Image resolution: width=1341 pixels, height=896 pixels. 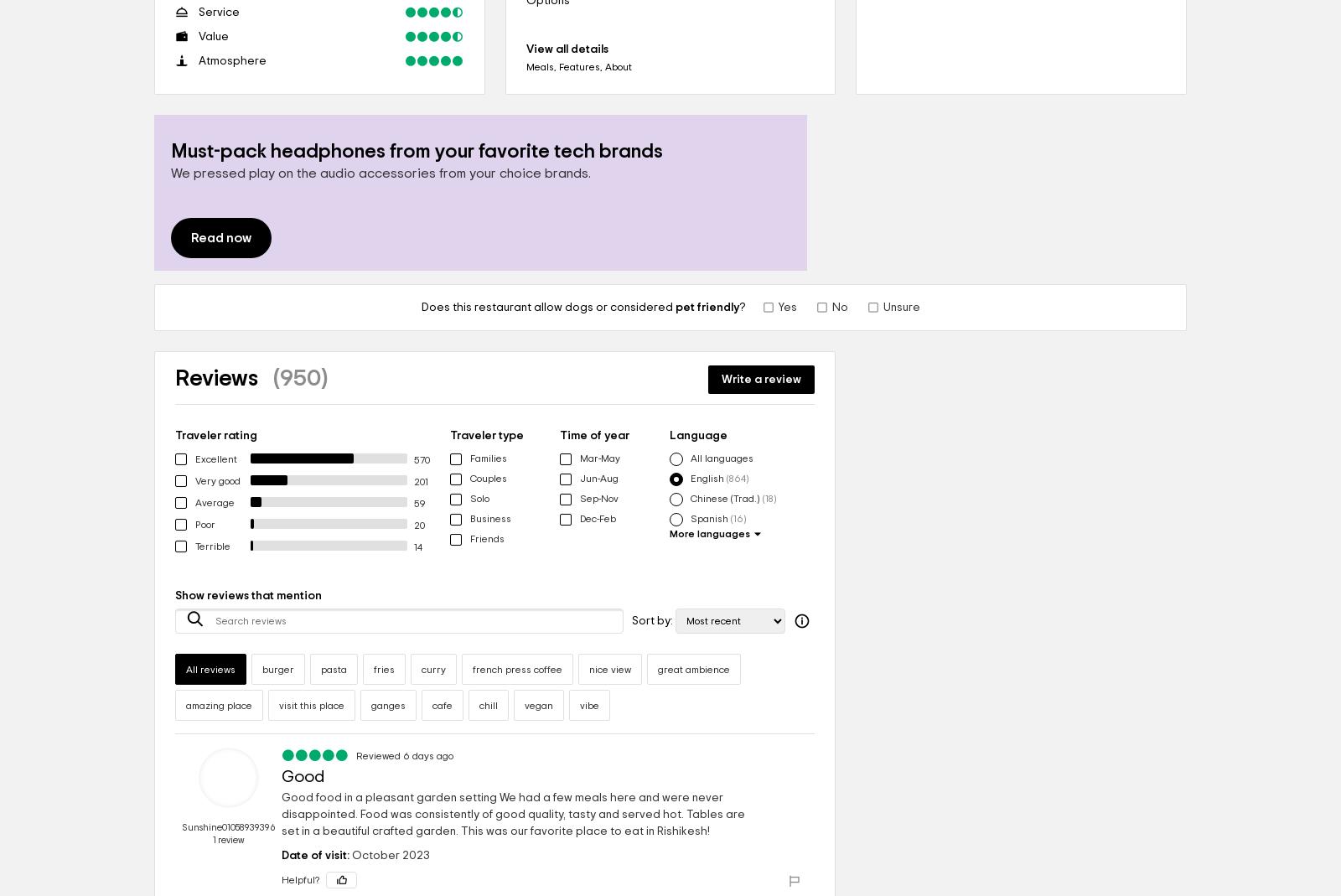 What do you see at coordinates (219, 11) in the screenshot?
I see `'Service'` at bounding box center [219, 11].